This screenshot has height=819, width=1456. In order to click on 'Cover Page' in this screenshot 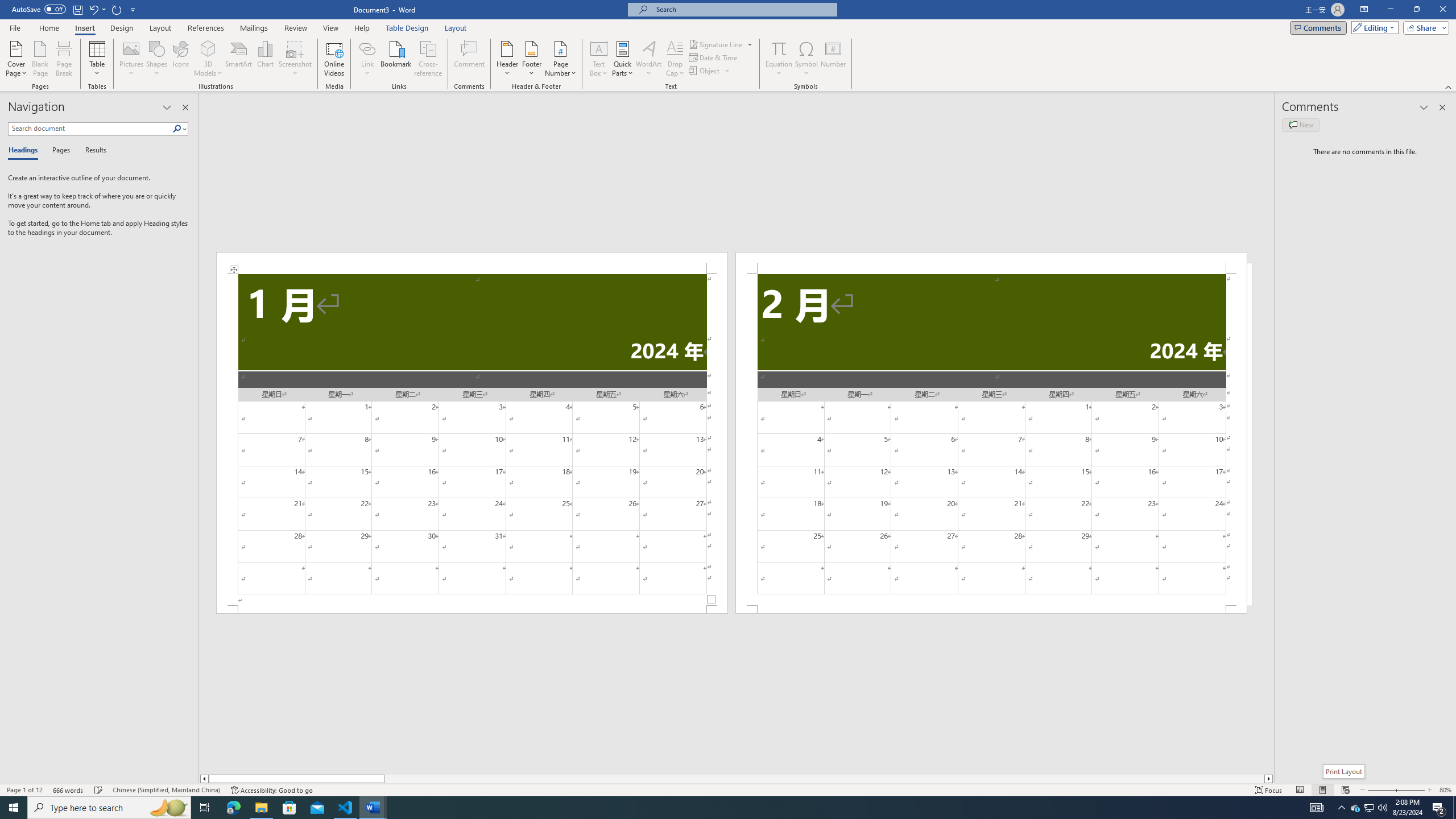, I will do `click(16, 59)`.